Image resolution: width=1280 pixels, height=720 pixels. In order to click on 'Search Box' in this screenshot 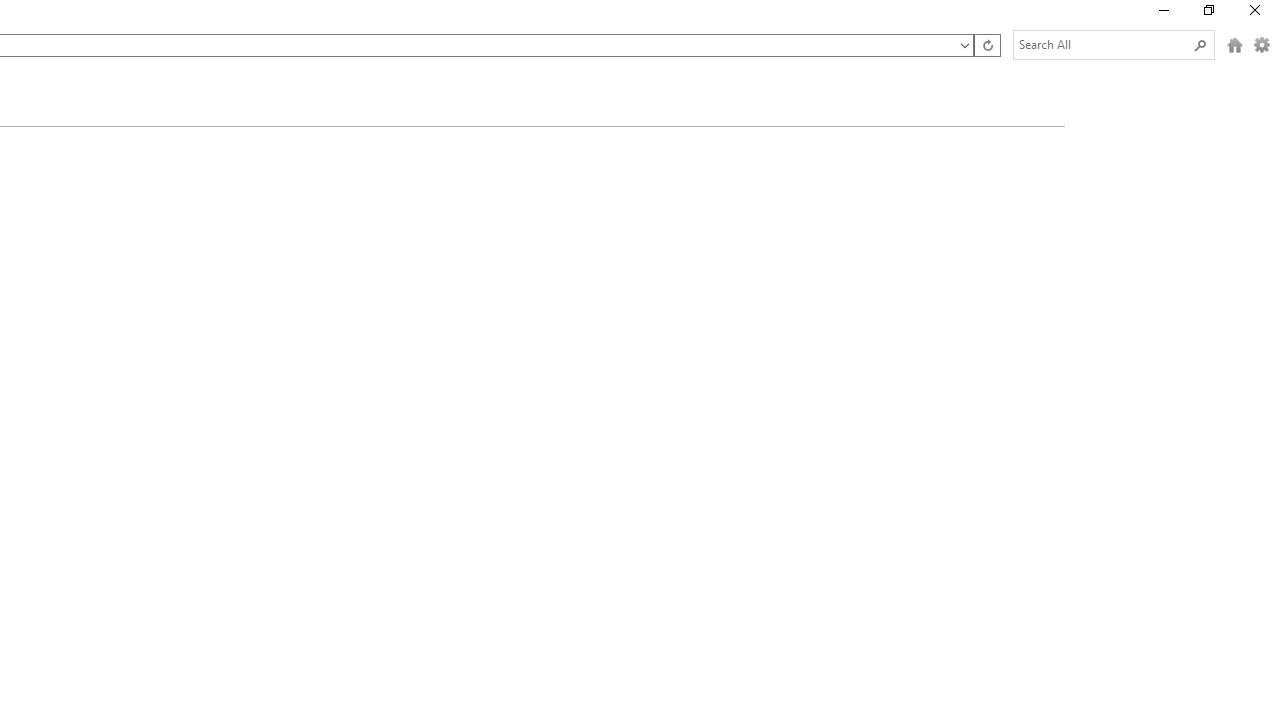, I will do `click(1103, 44)`.